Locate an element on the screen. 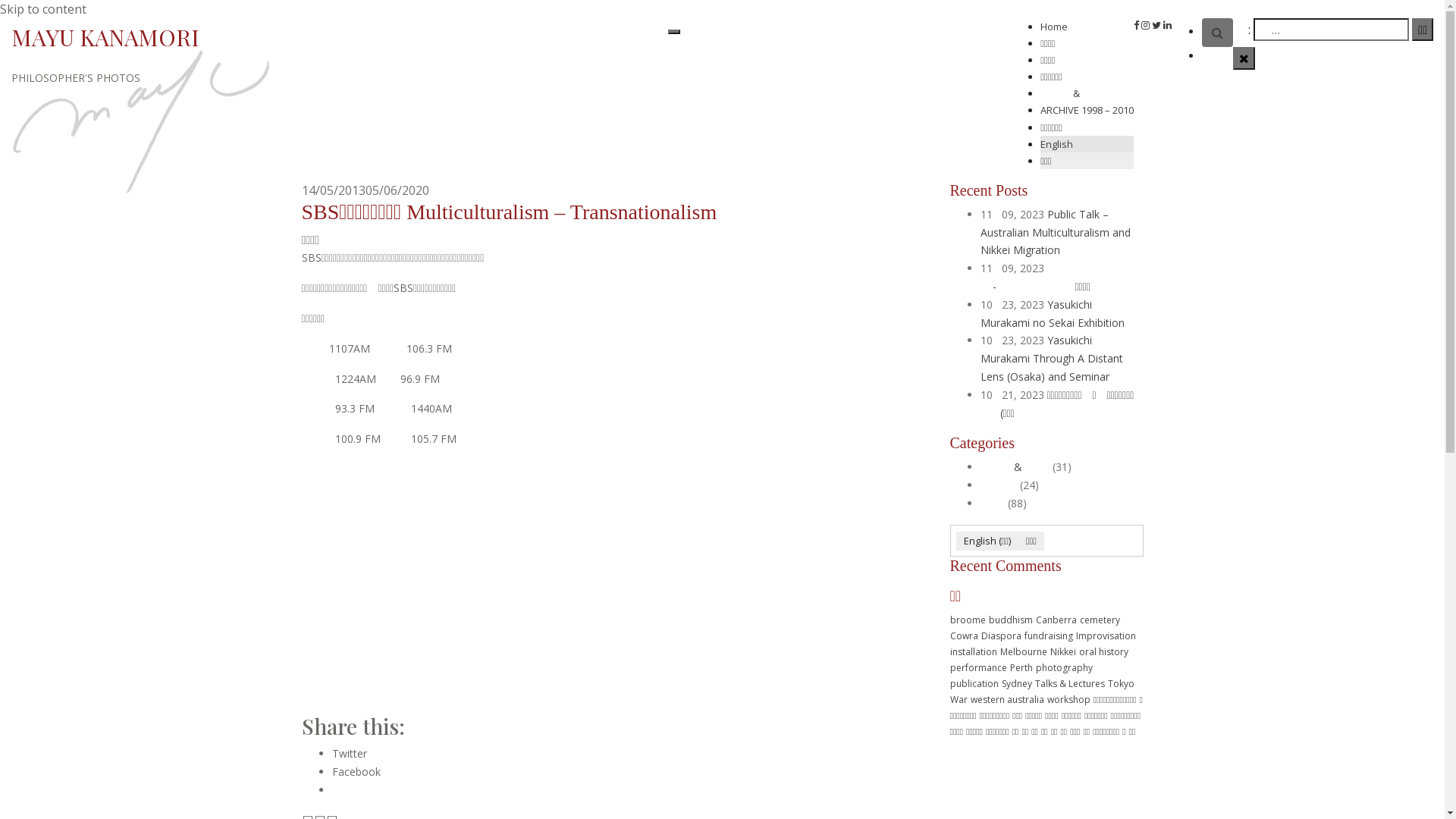 The image size is (1456, 819). 'buddhism' is located at coordinates (1011, 620).